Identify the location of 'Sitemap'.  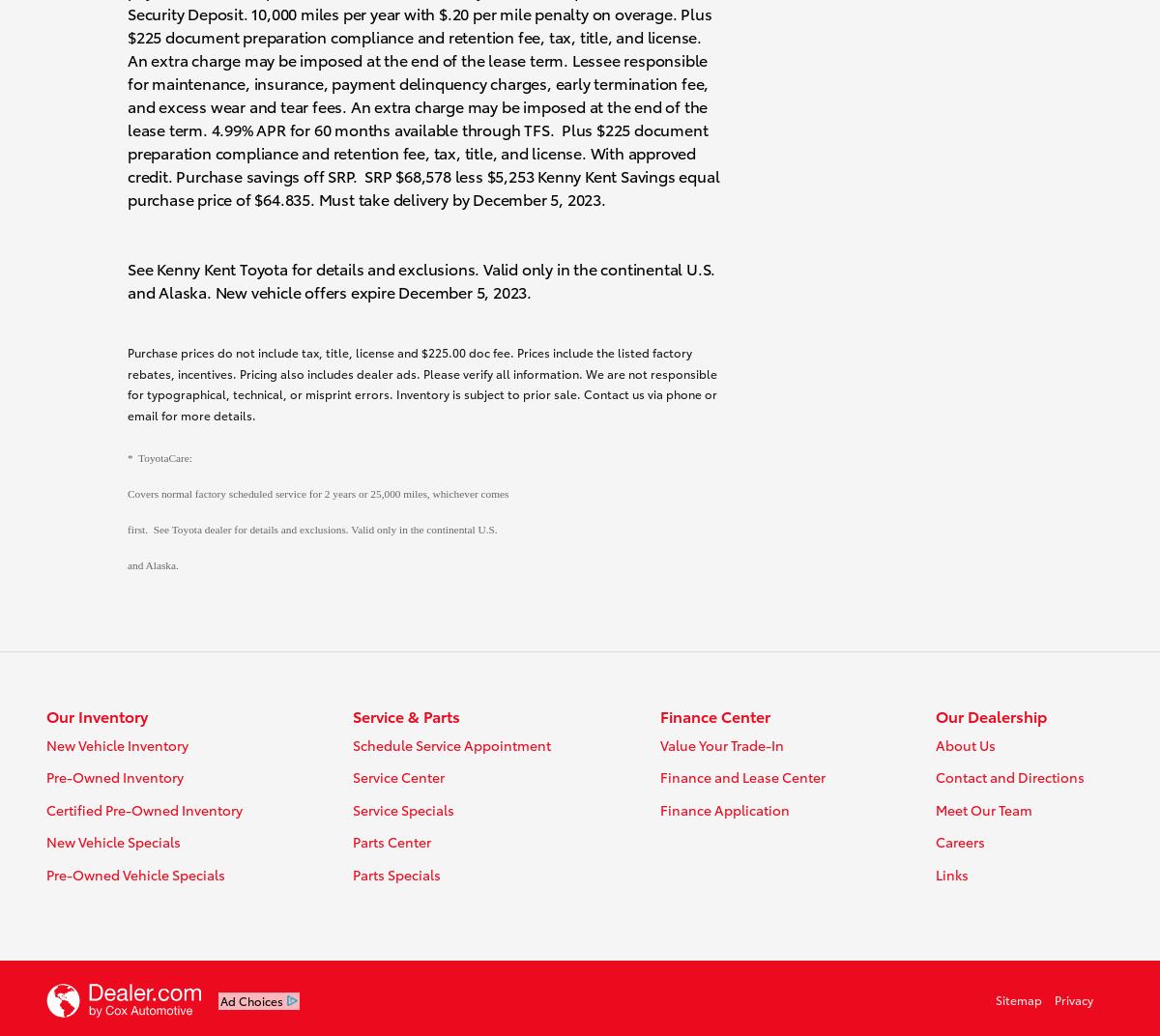
(1017, 999).